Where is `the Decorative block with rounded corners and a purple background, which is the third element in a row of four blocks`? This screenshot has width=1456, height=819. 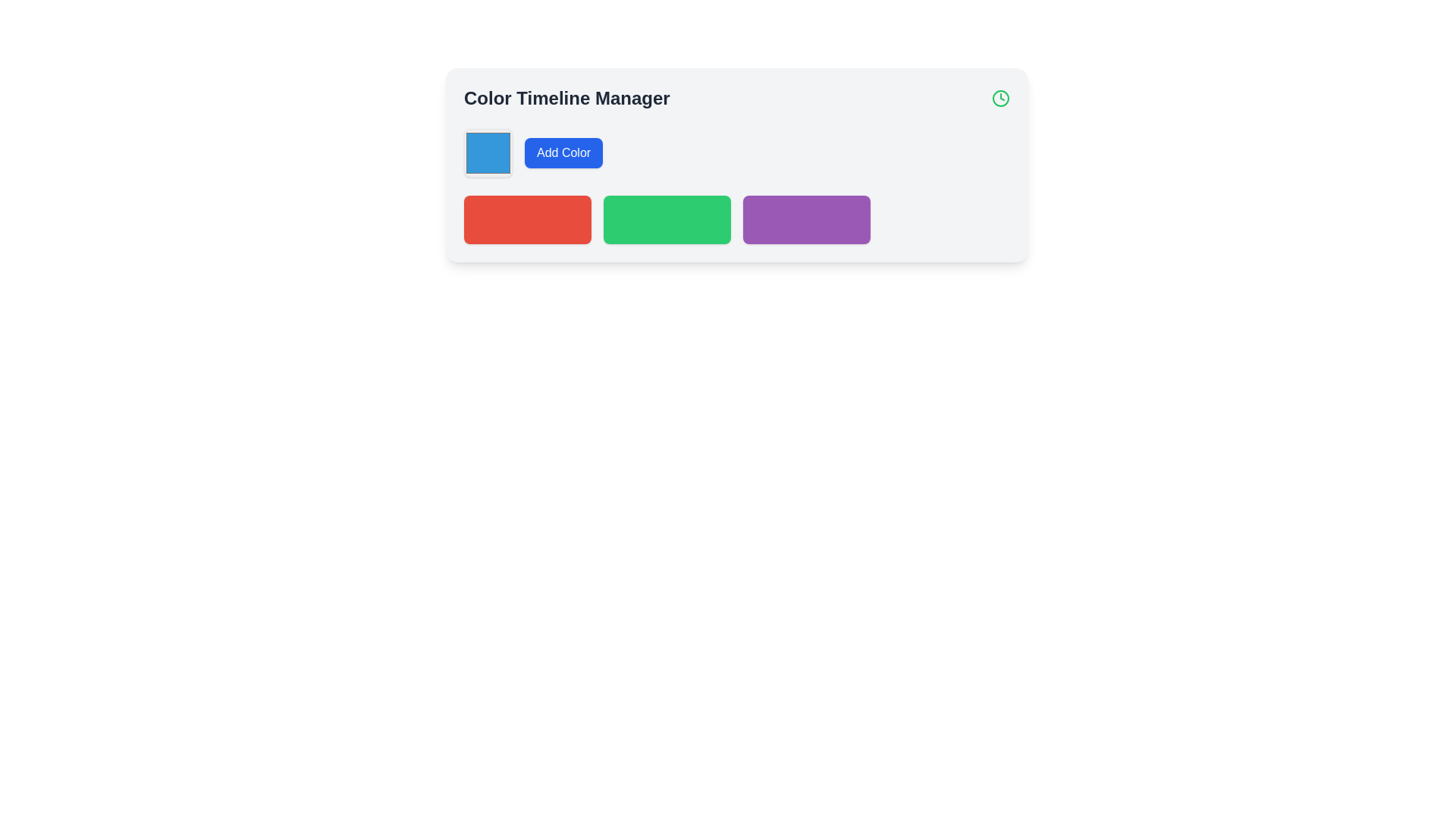 the Decorative block with rounded corners and a purple background, which is the third element in a row of four blocks is located at coordinates (806, 219).